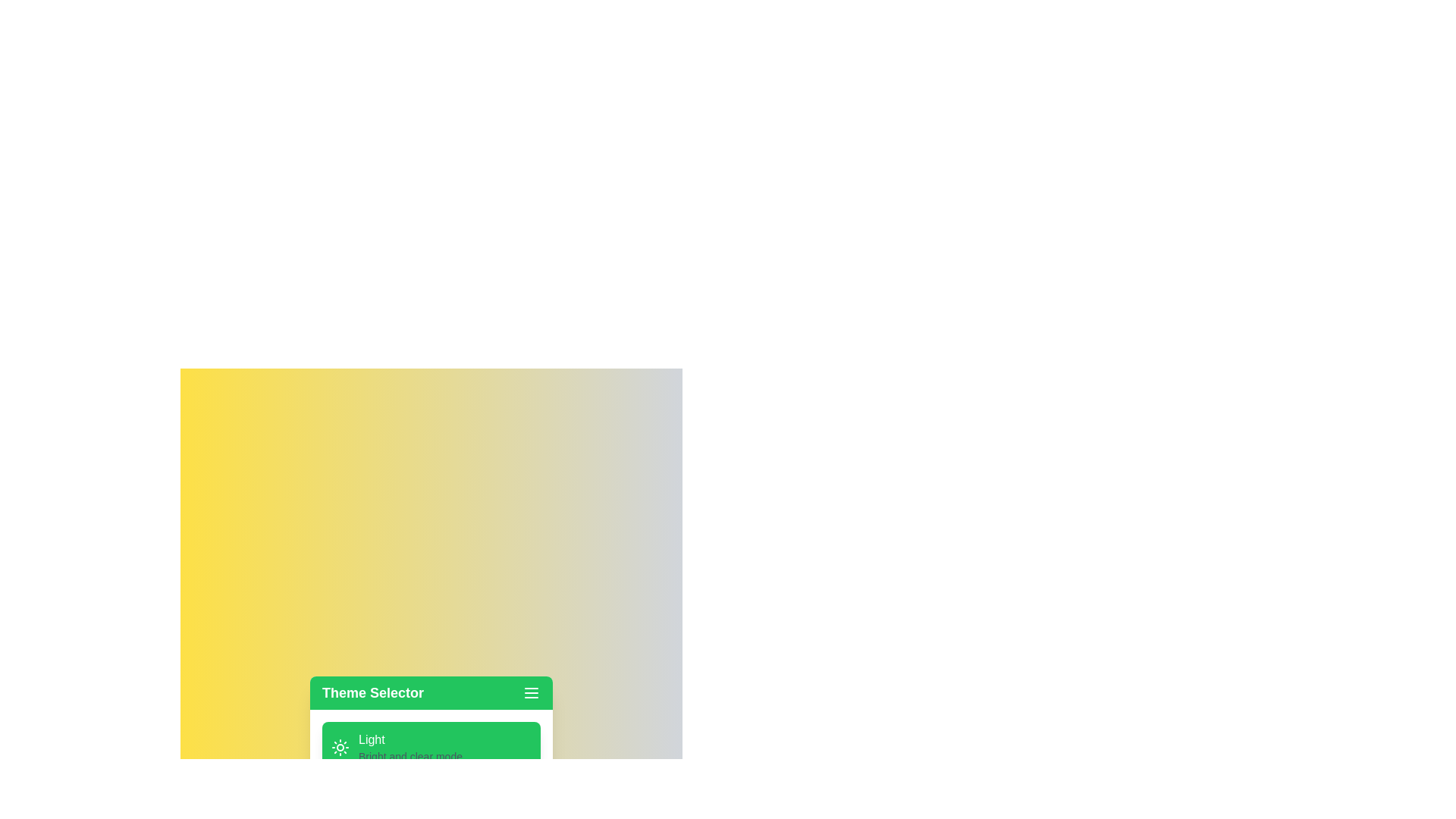 The height and width of the screenshot is (819, 1456). I want to click on the 'Light' theme button to select it, so click(431, 747).